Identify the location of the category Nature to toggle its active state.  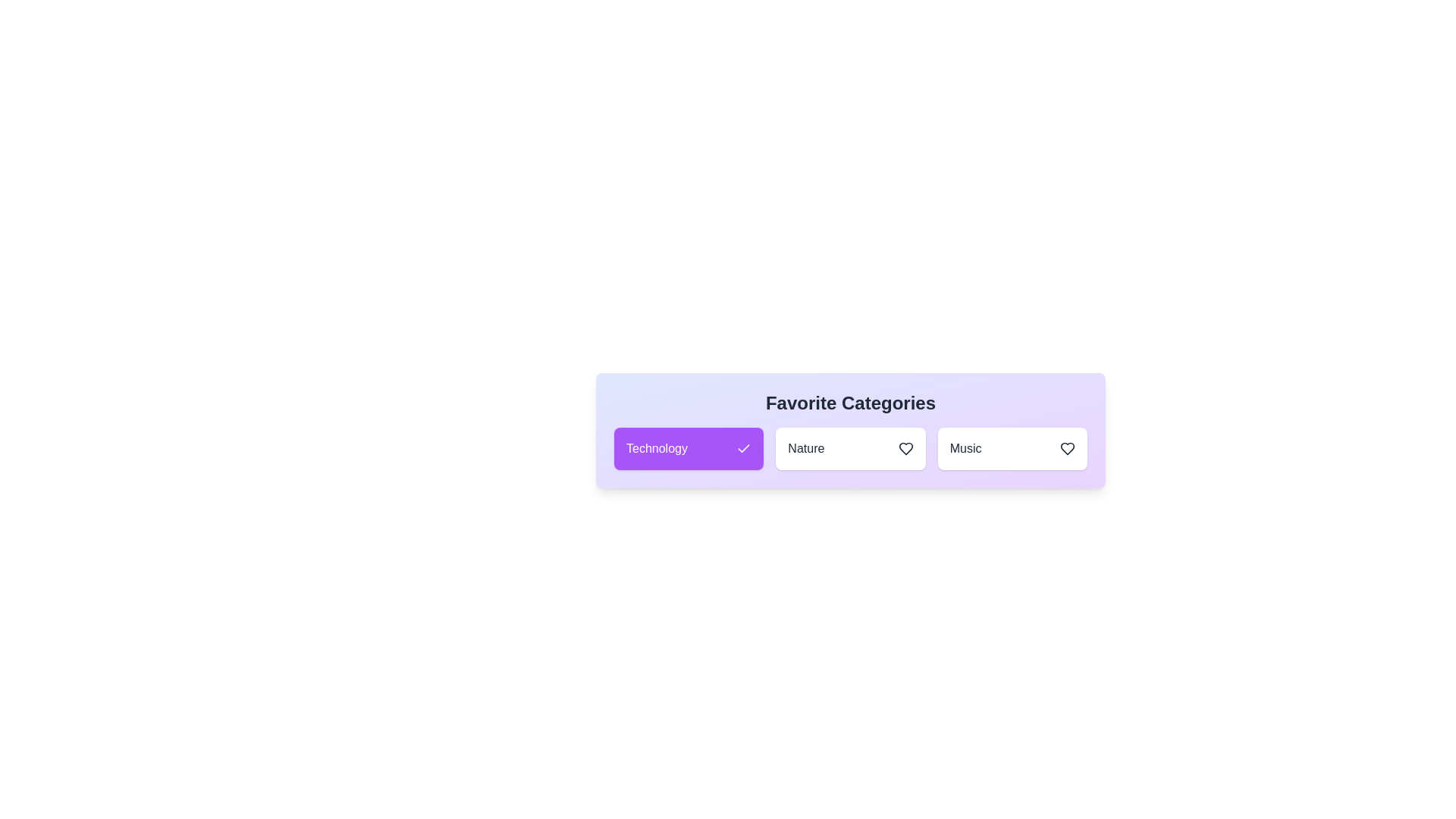
(851, 447).